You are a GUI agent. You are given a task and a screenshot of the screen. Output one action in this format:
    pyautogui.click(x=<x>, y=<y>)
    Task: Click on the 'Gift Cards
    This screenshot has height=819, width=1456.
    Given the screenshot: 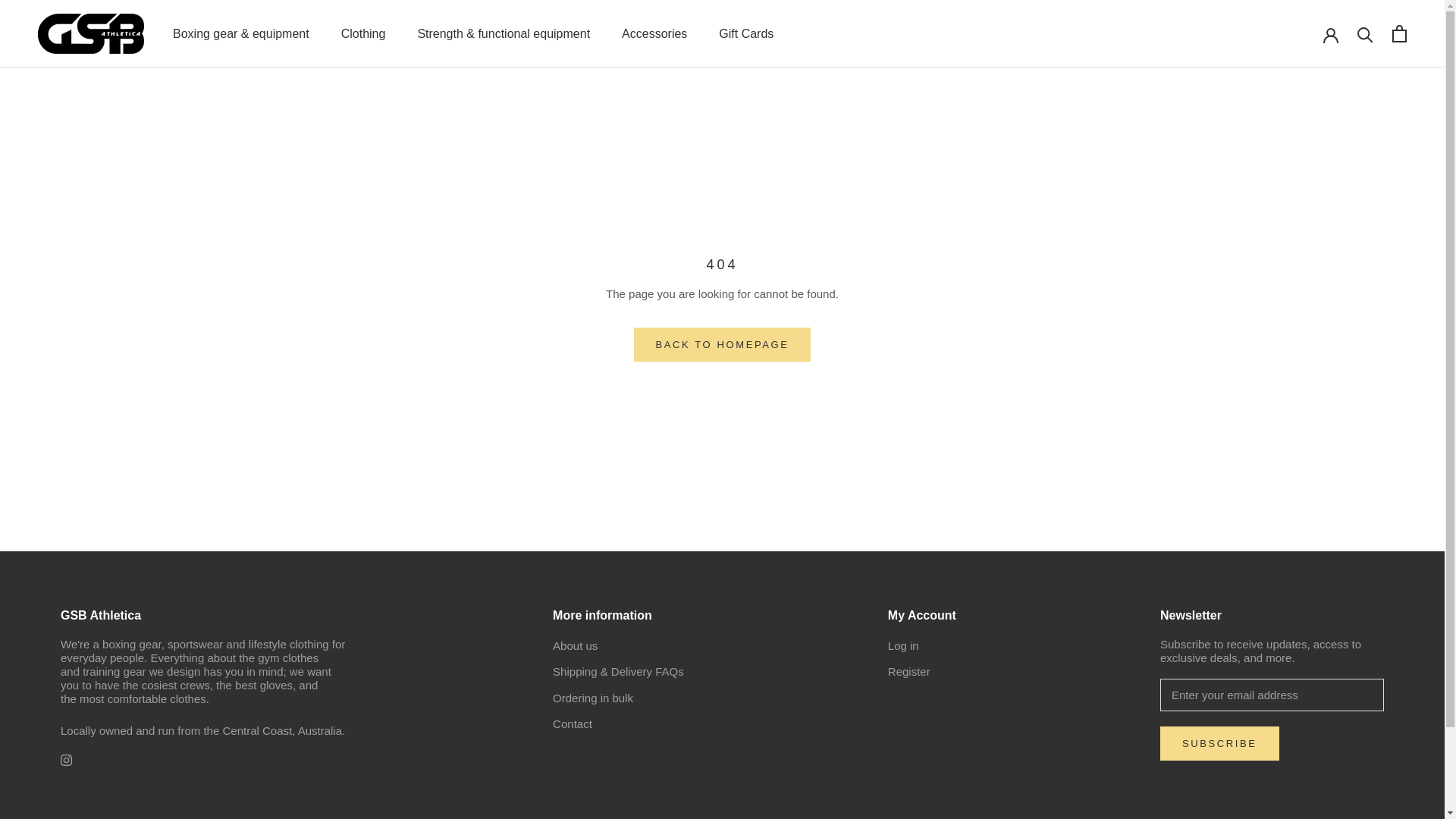 What is the action you would take?
    pyautogui.click(x=745, y=33)
    